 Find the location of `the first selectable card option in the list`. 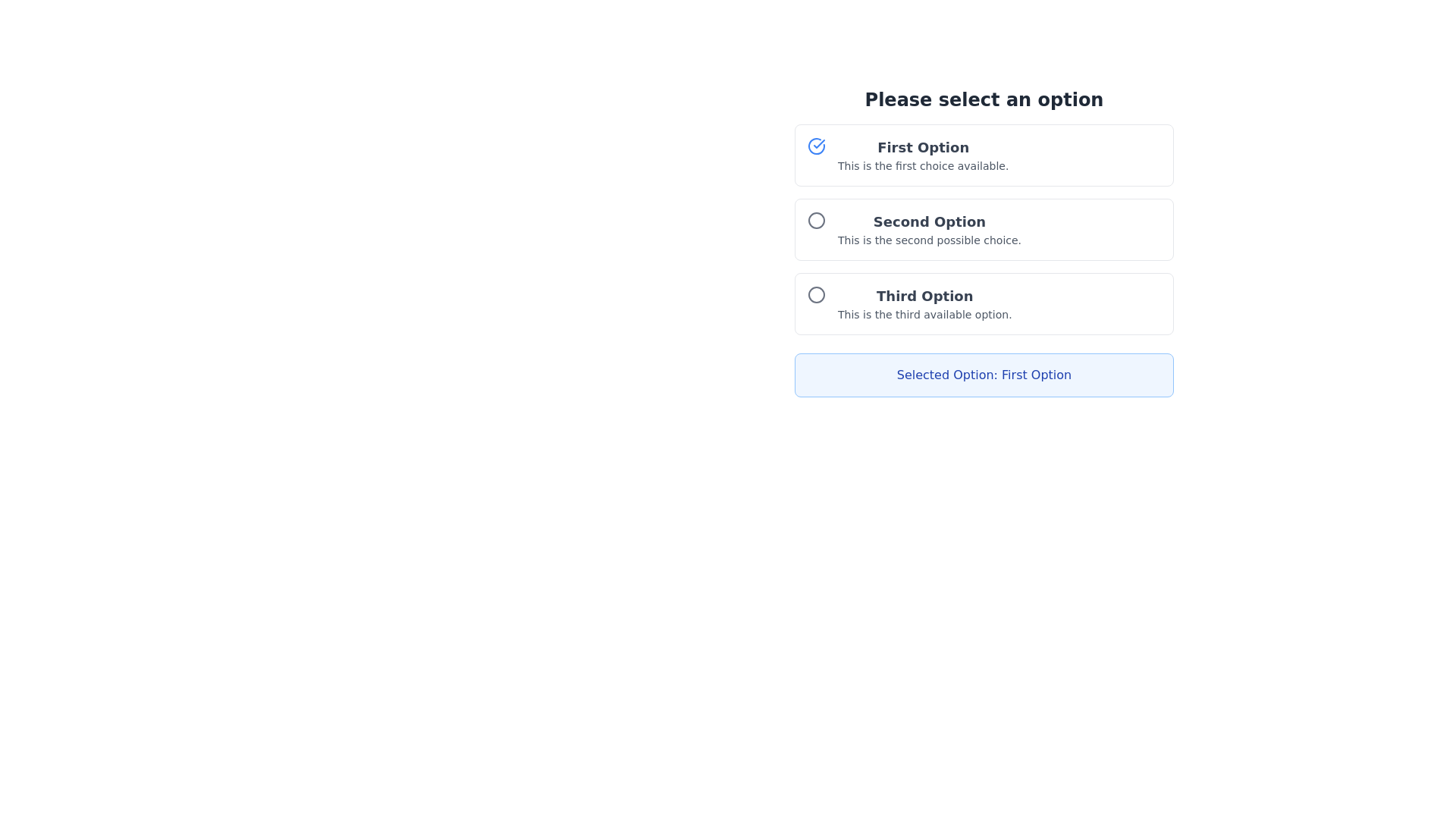

the first selectable card option in the list is located at coordinates (984, 155).